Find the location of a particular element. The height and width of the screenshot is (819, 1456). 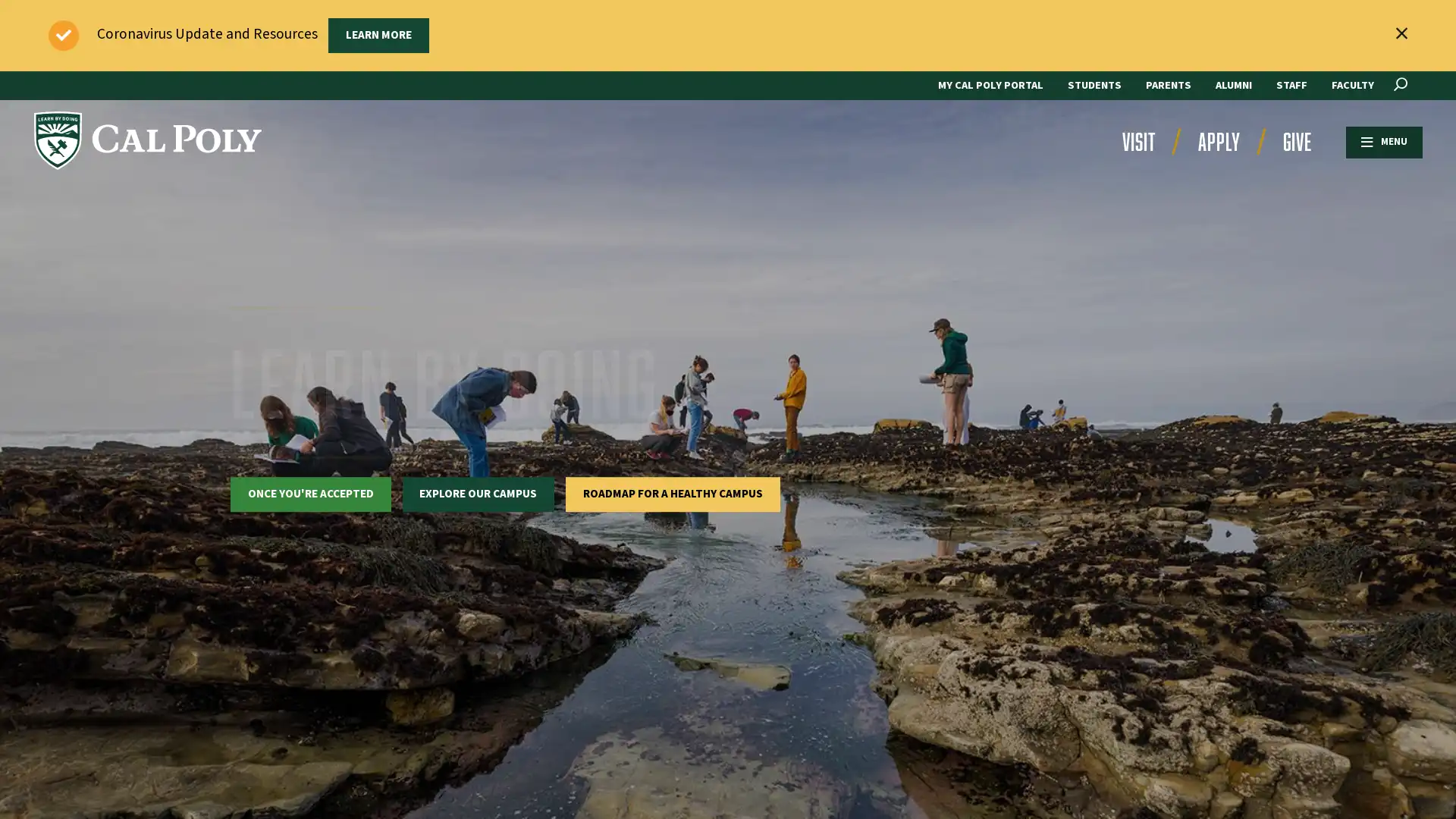

MENU is located at coordinates (1369, 141).